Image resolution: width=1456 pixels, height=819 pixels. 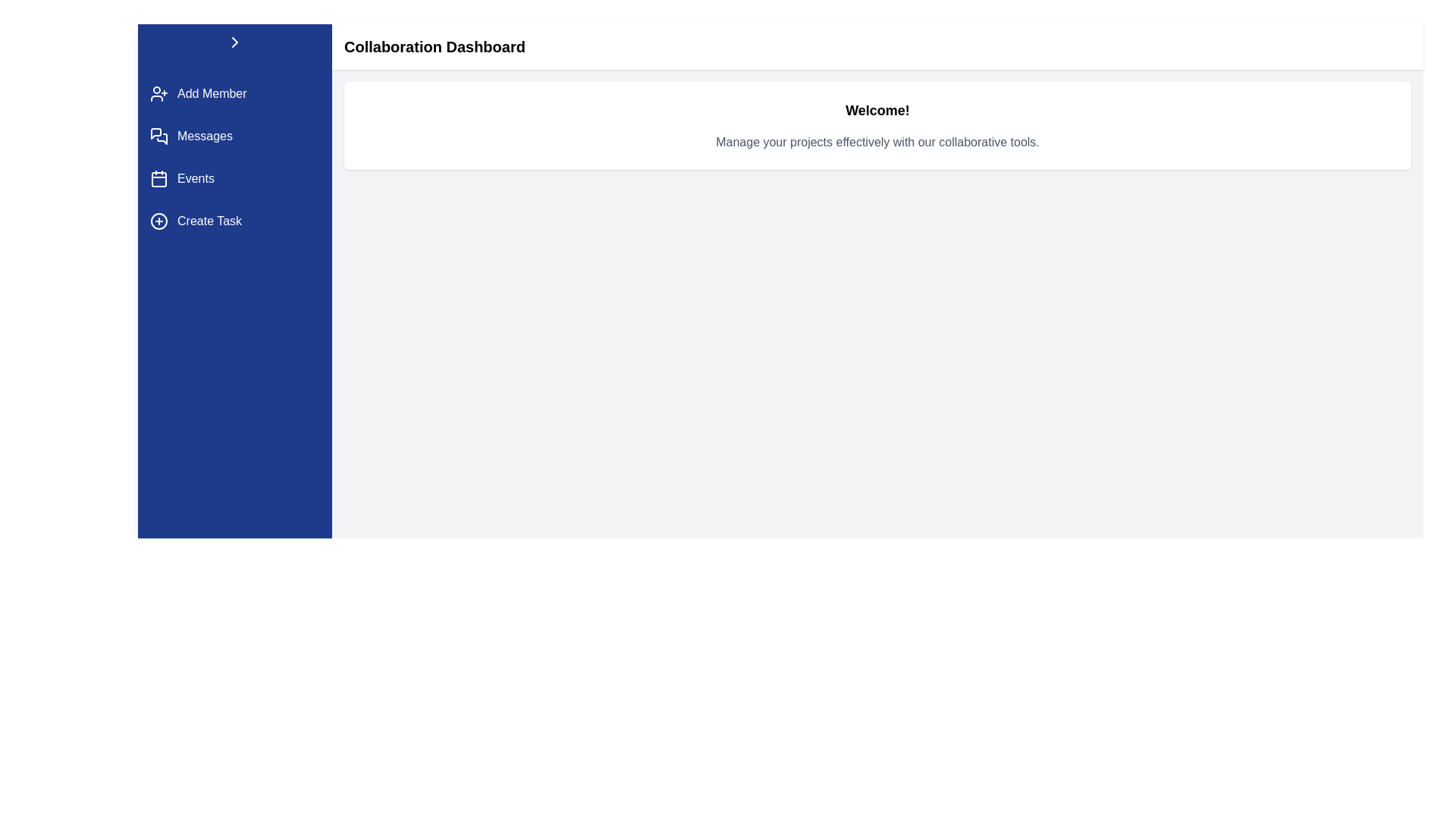 I want to click on the Add Member button located in the sidebar on the left side of the interface, so click(x=234, y=93).